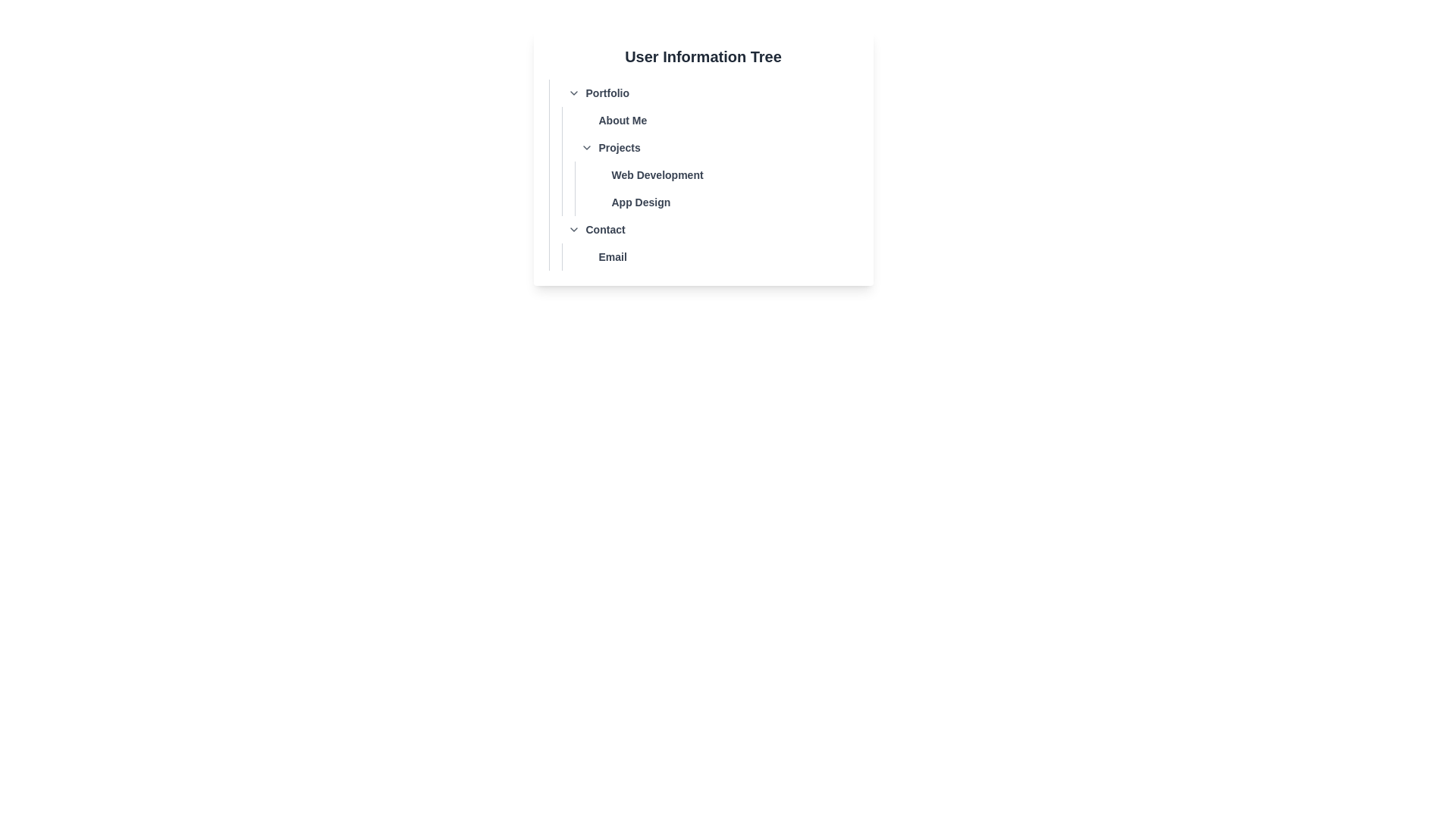  What do you see at coordinates (722, 201) in the screenshot?
I see `the 'App Design' text label within the 'Projects' section by navigating with the keyboard` at bounding box center [722, 201].